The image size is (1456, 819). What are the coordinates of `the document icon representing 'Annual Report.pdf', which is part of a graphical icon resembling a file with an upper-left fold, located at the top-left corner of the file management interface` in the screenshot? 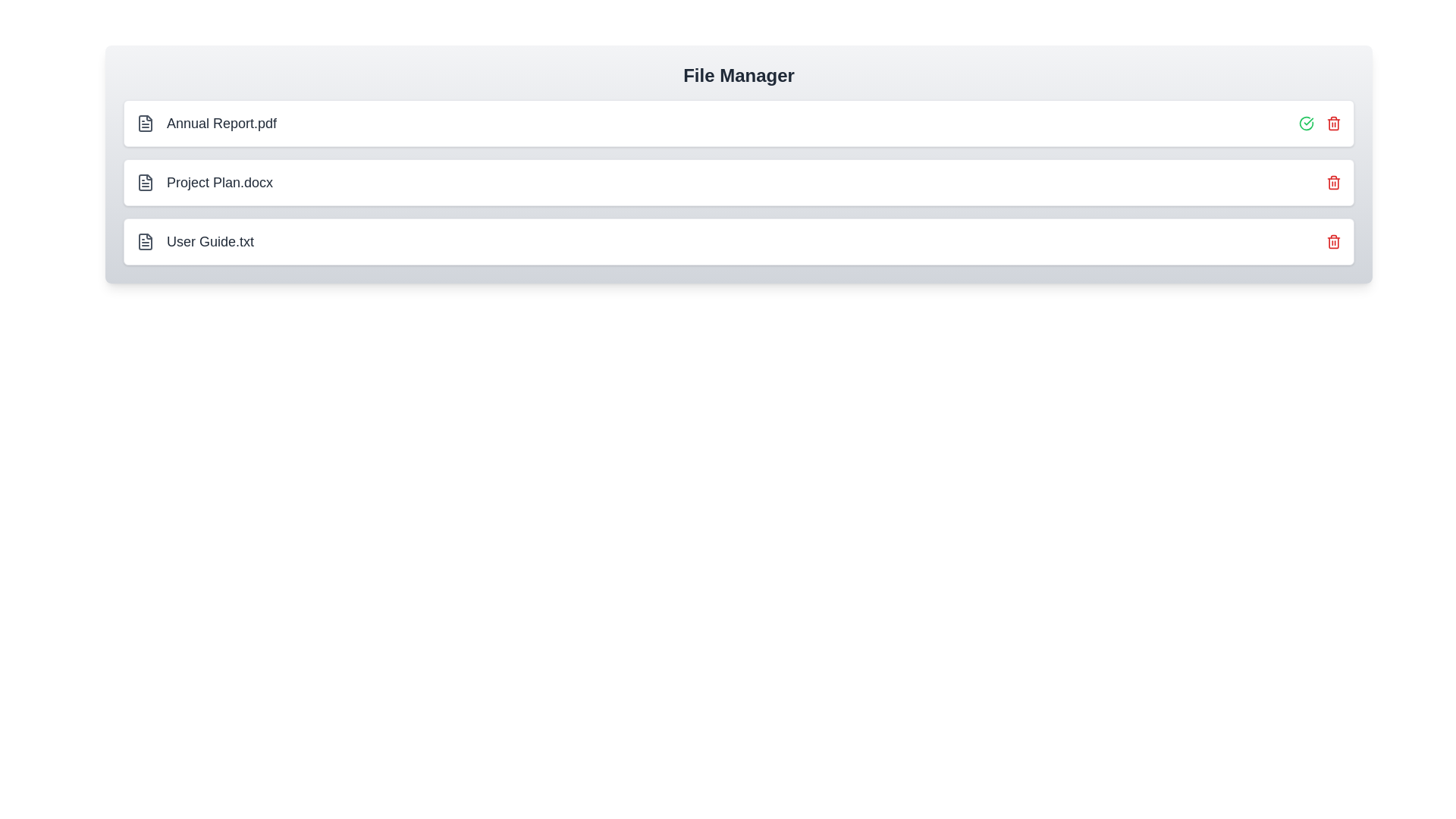 It's located at (146, 122).